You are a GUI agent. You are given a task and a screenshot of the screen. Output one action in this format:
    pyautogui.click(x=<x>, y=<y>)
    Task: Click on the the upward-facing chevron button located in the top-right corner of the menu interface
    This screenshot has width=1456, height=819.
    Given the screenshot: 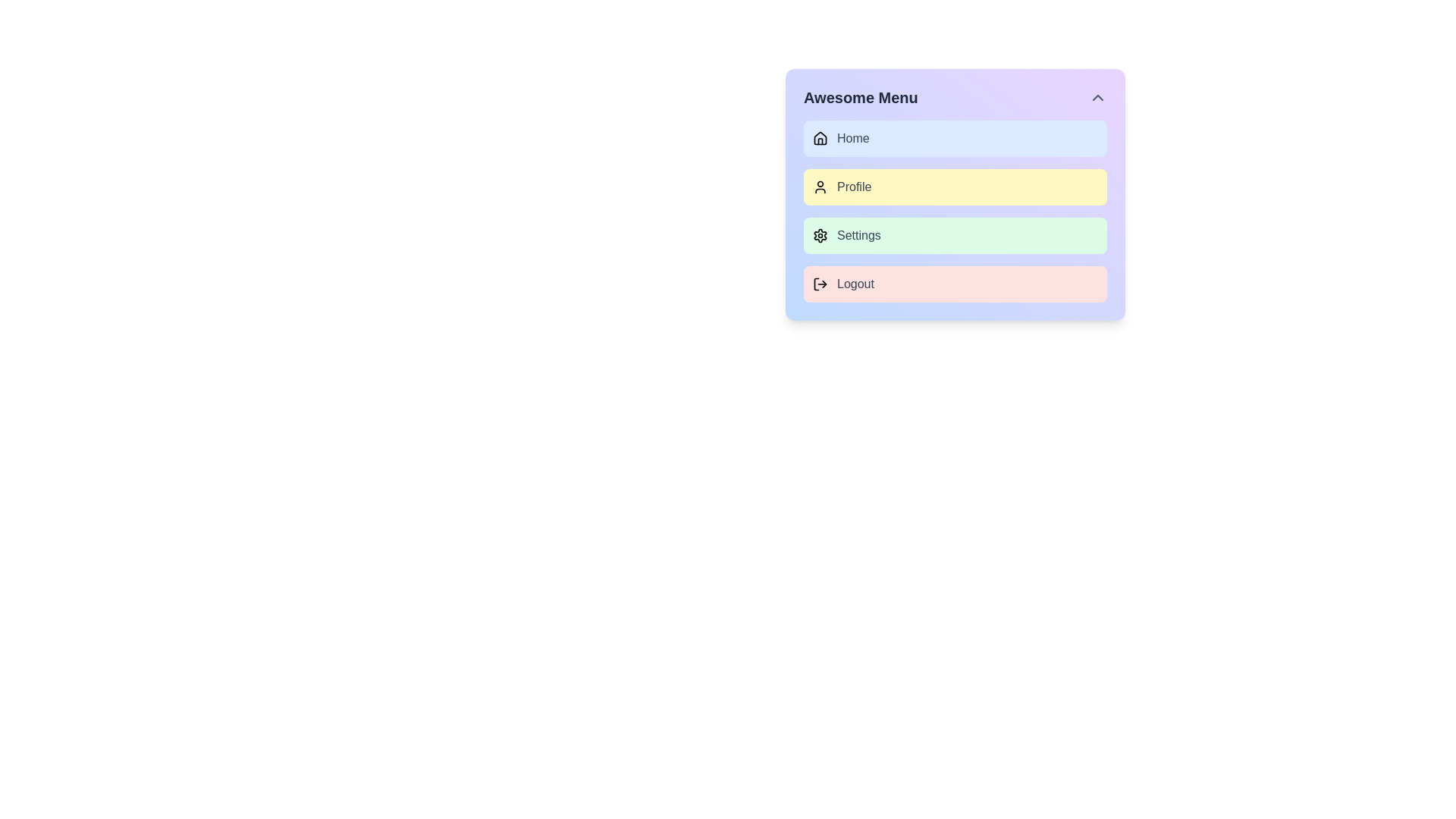 What is the action you would take?
    pyautogui.click(x=1098, y=97)
    